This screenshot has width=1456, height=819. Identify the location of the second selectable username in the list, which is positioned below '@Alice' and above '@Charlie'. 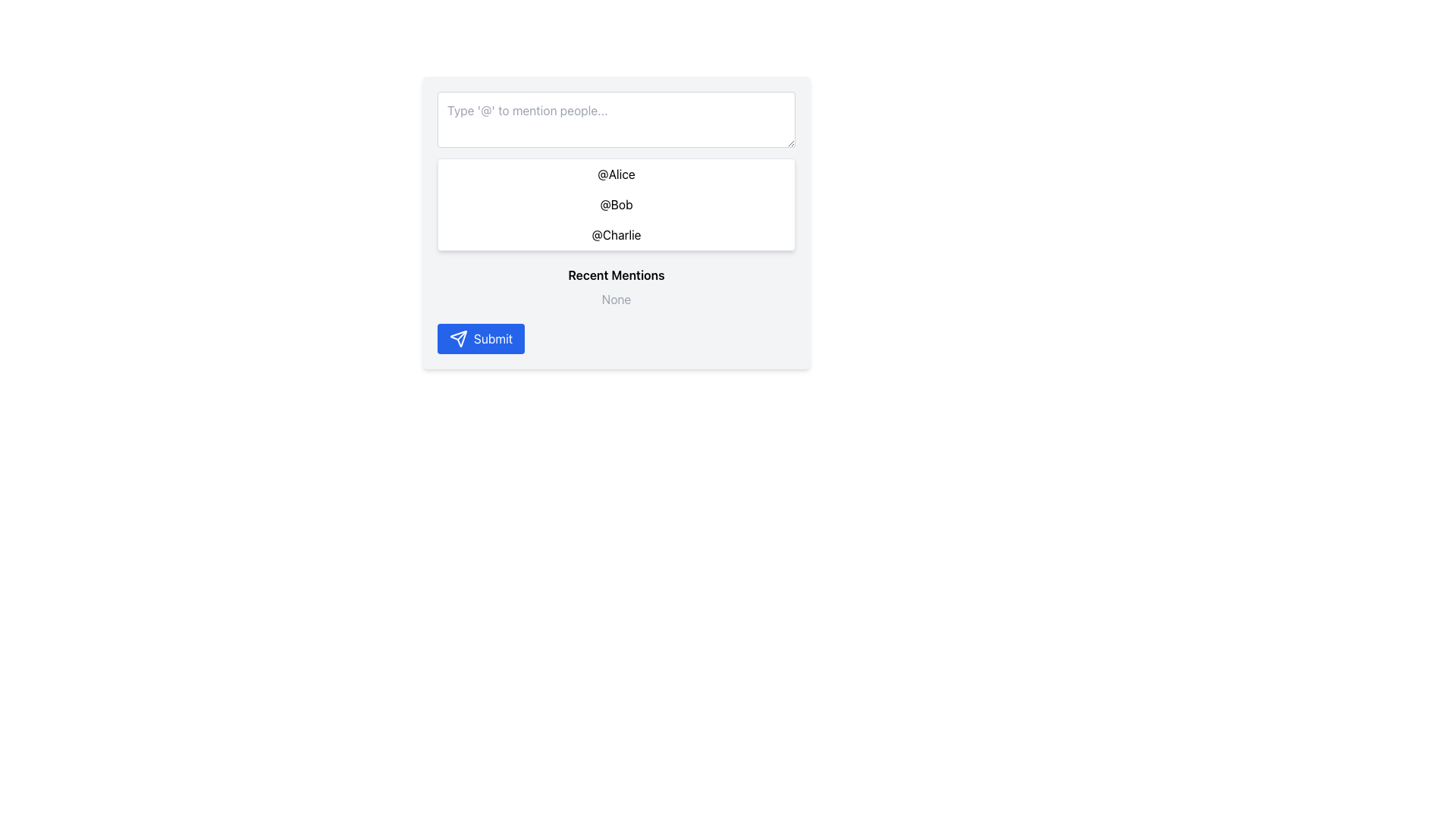
(616, 205).